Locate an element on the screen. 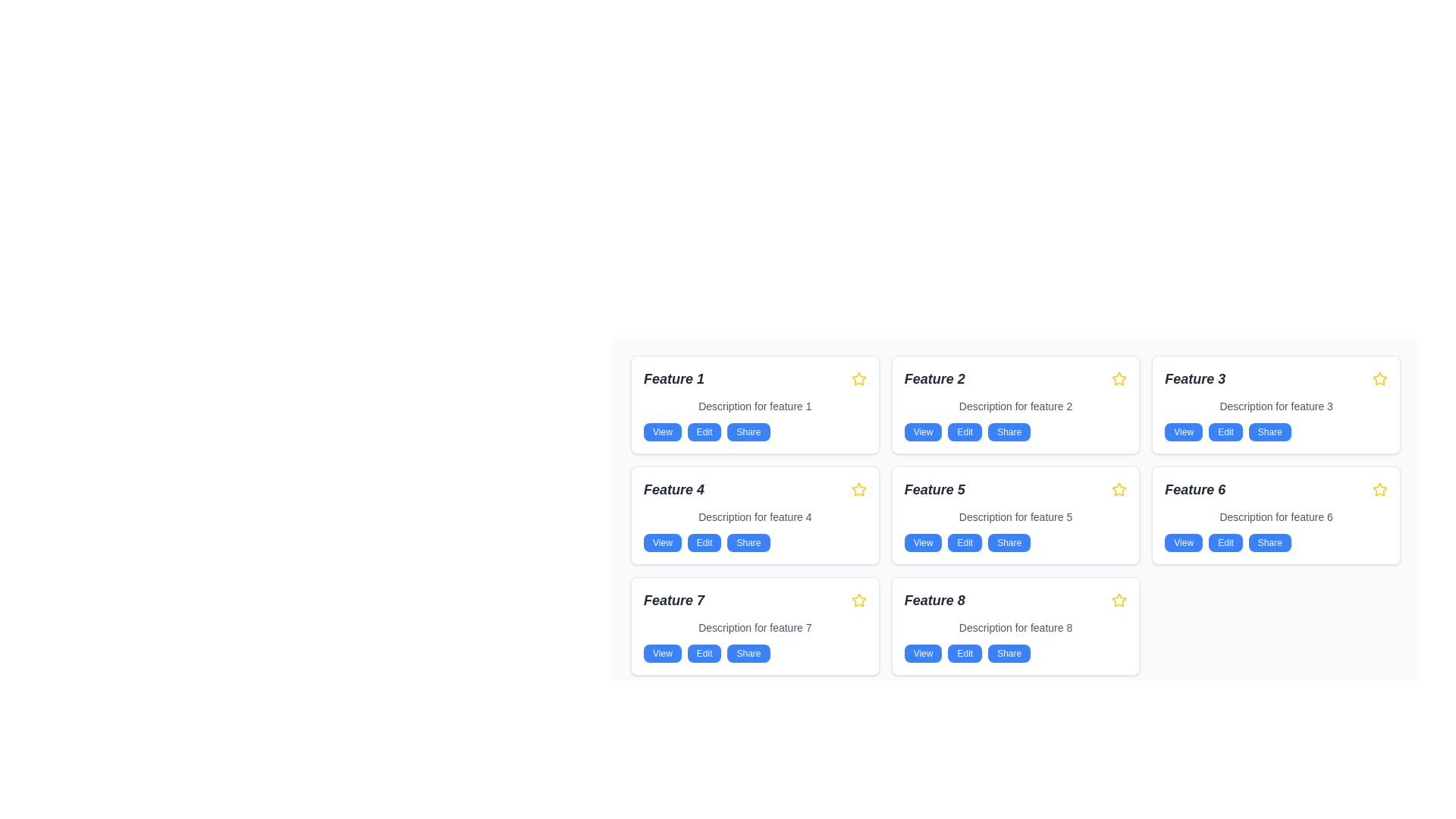 Image resolution: width=1456 pixels, height=819 pixels. the Text Label that serves as the title for the 'Feature 5' card, located in the second column of the second row of feature cards is located at coordinates (934, 489).